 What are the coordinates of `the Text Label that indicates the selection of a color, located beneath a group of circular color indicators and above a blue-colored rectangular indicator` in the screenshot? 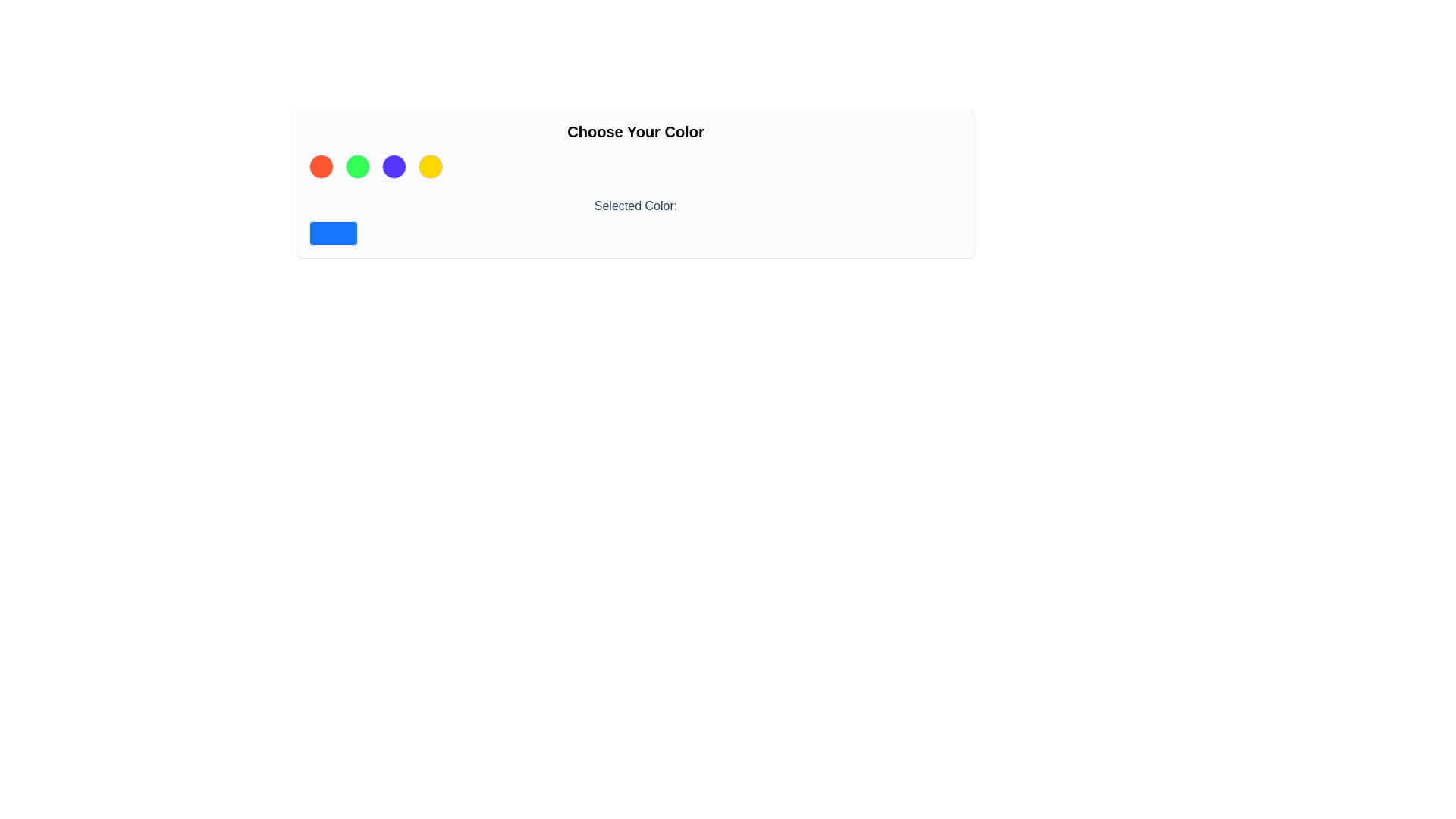 It's located at (635, 206).